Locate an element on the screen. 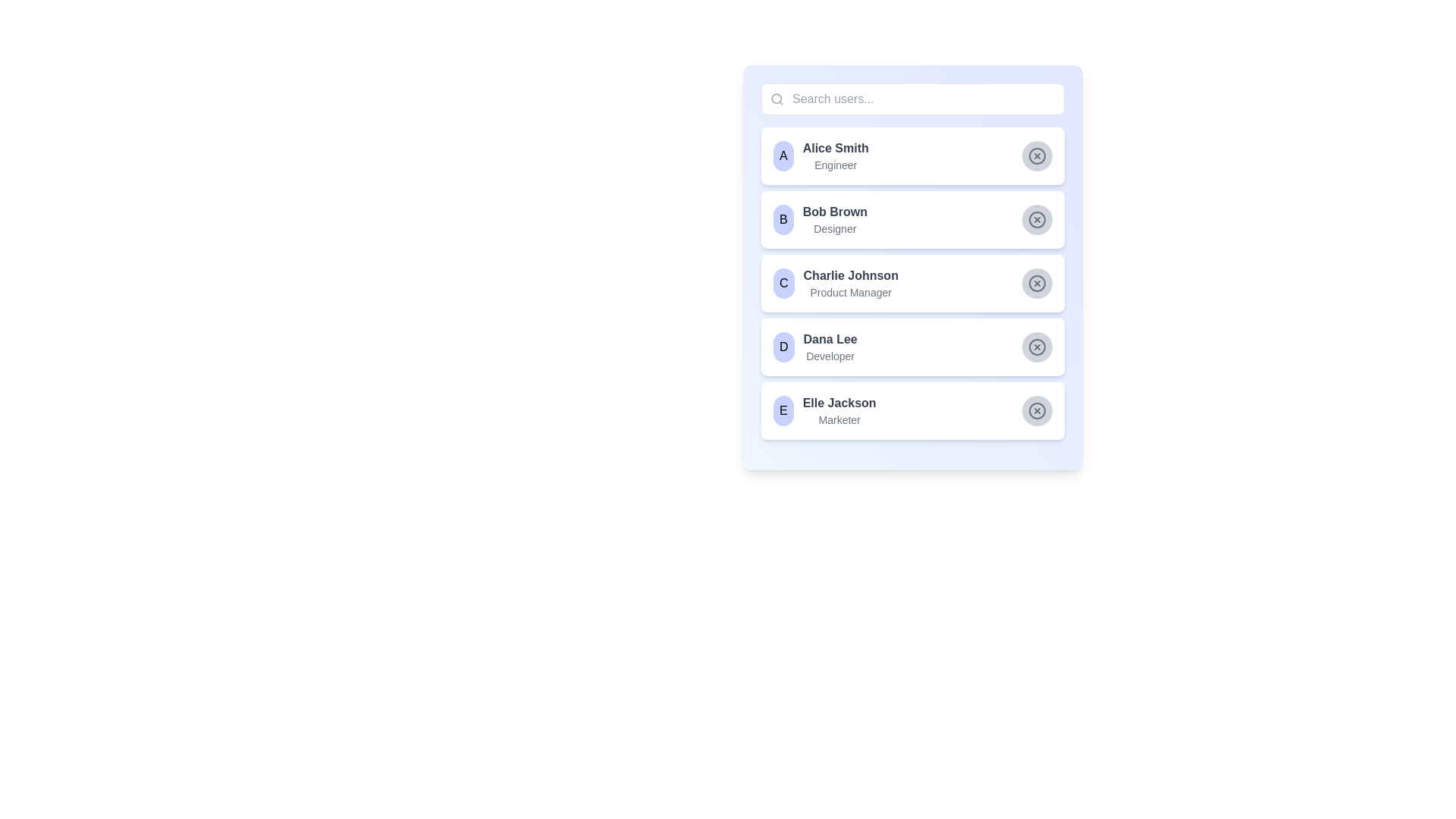 Image resolution: width=1456 pixels, height=819 pixels. the Profile card displaying information for 'Charlie Johnson', which is the third item in the vertical list of user cards is located at coordinates (912, 284).